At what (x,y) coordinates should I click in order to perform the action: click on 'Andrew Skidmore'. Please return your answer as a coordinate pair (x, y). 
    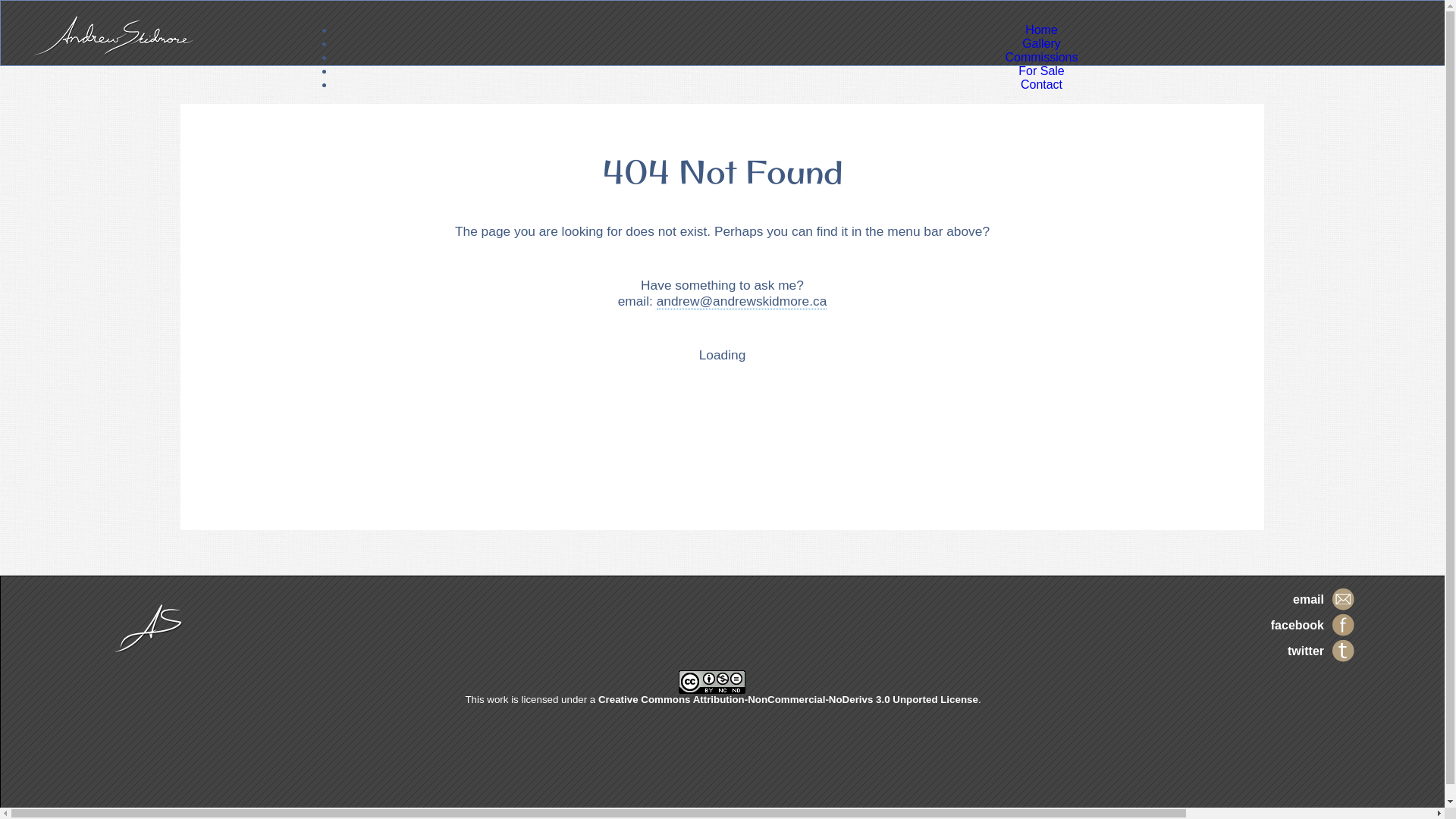
    Looking at the image, I should click on (111, 34).